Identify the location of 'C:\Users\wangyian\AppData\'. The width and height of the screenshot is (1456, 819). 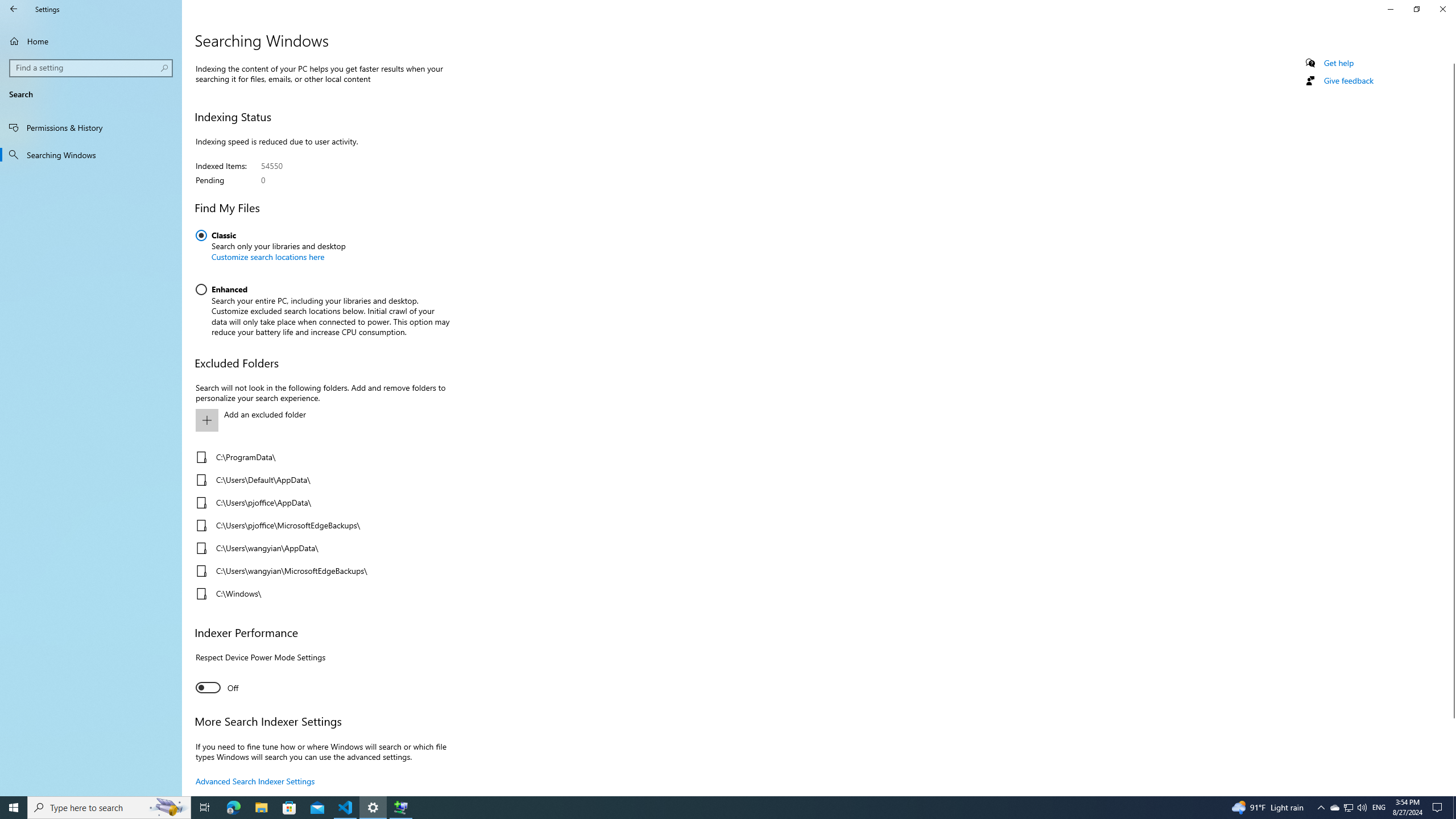
(318, 548).